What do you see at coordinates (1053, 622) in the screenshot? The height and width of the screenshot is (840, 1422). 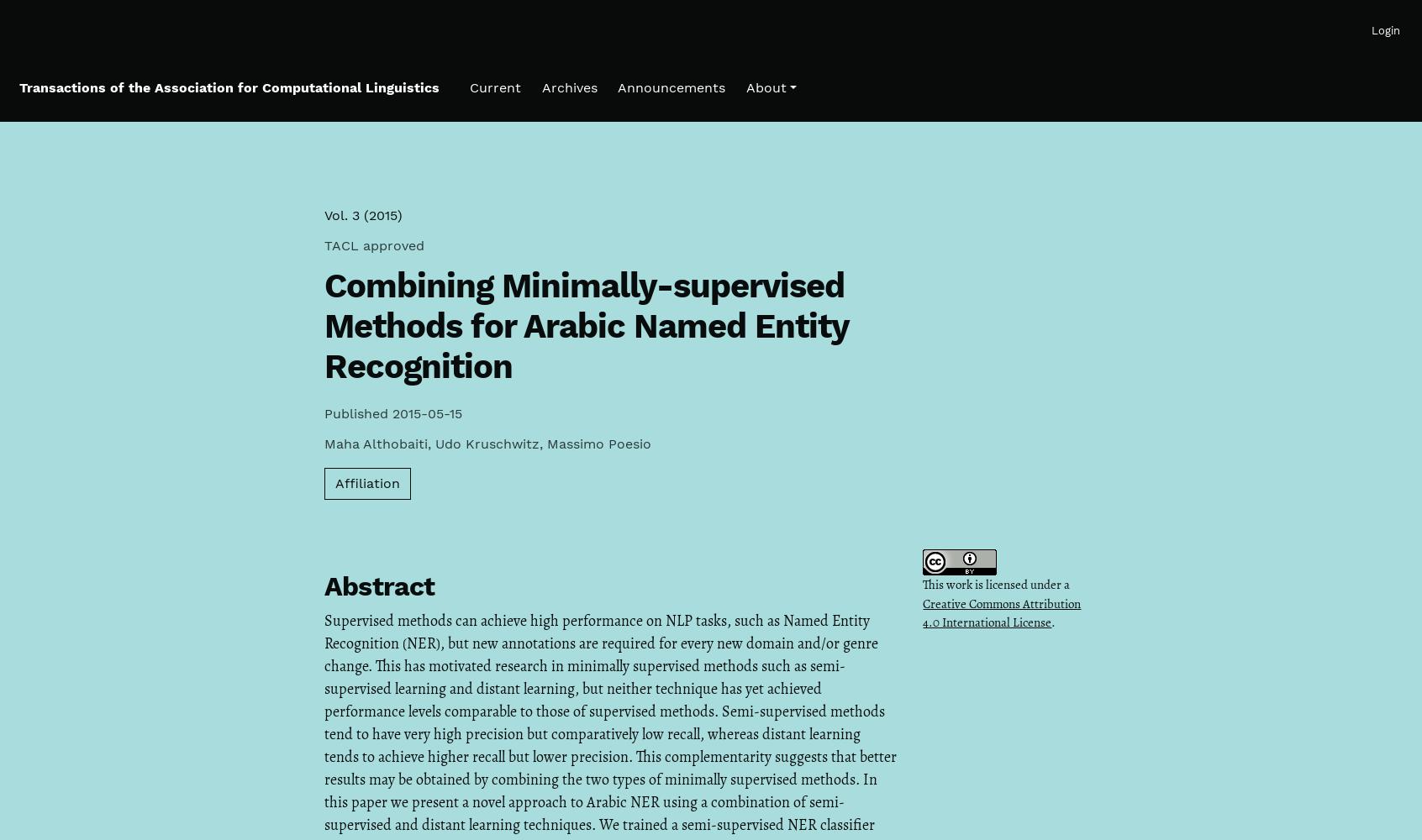 I see `'.'` at bounding box center [1053, 622].